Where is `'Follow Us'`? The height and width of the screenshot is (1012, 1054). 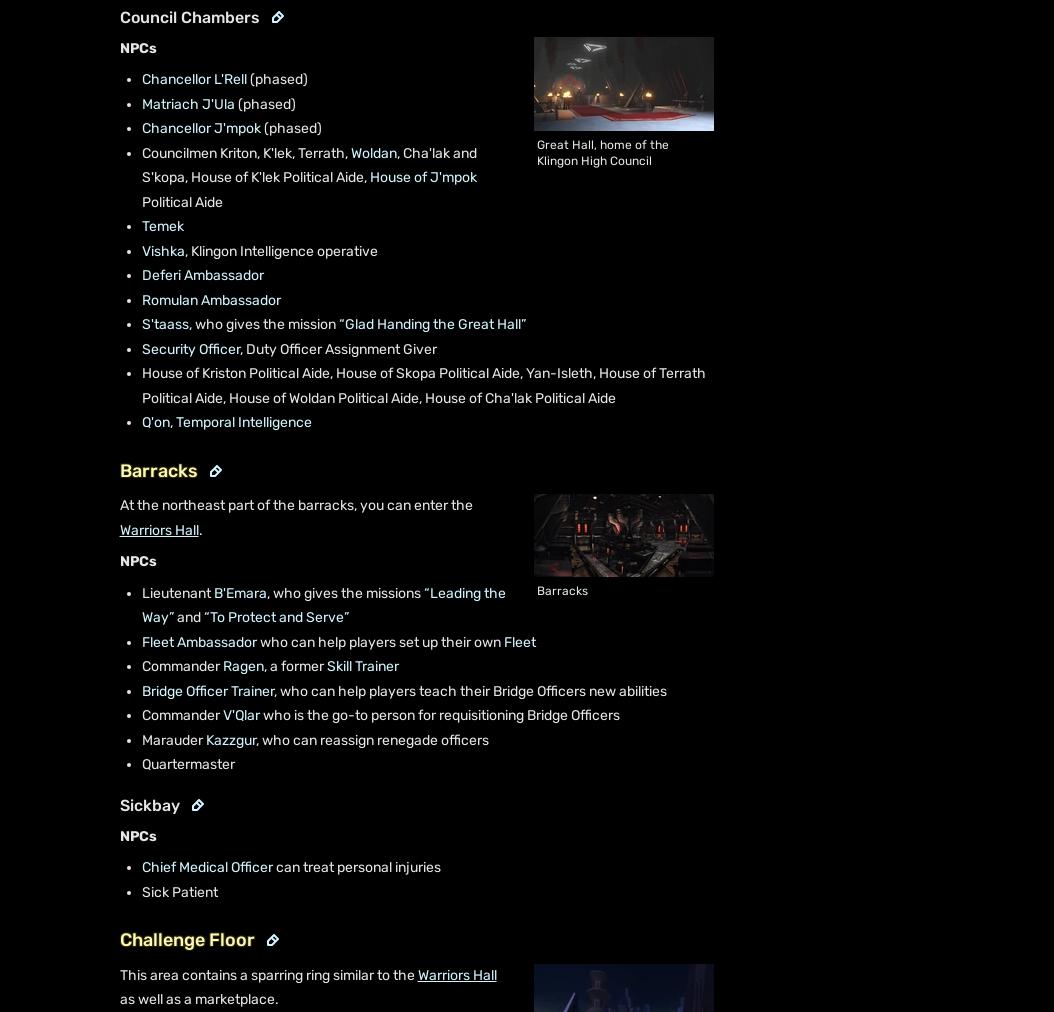 'Follow Us' is located at coordinates (83, 829).